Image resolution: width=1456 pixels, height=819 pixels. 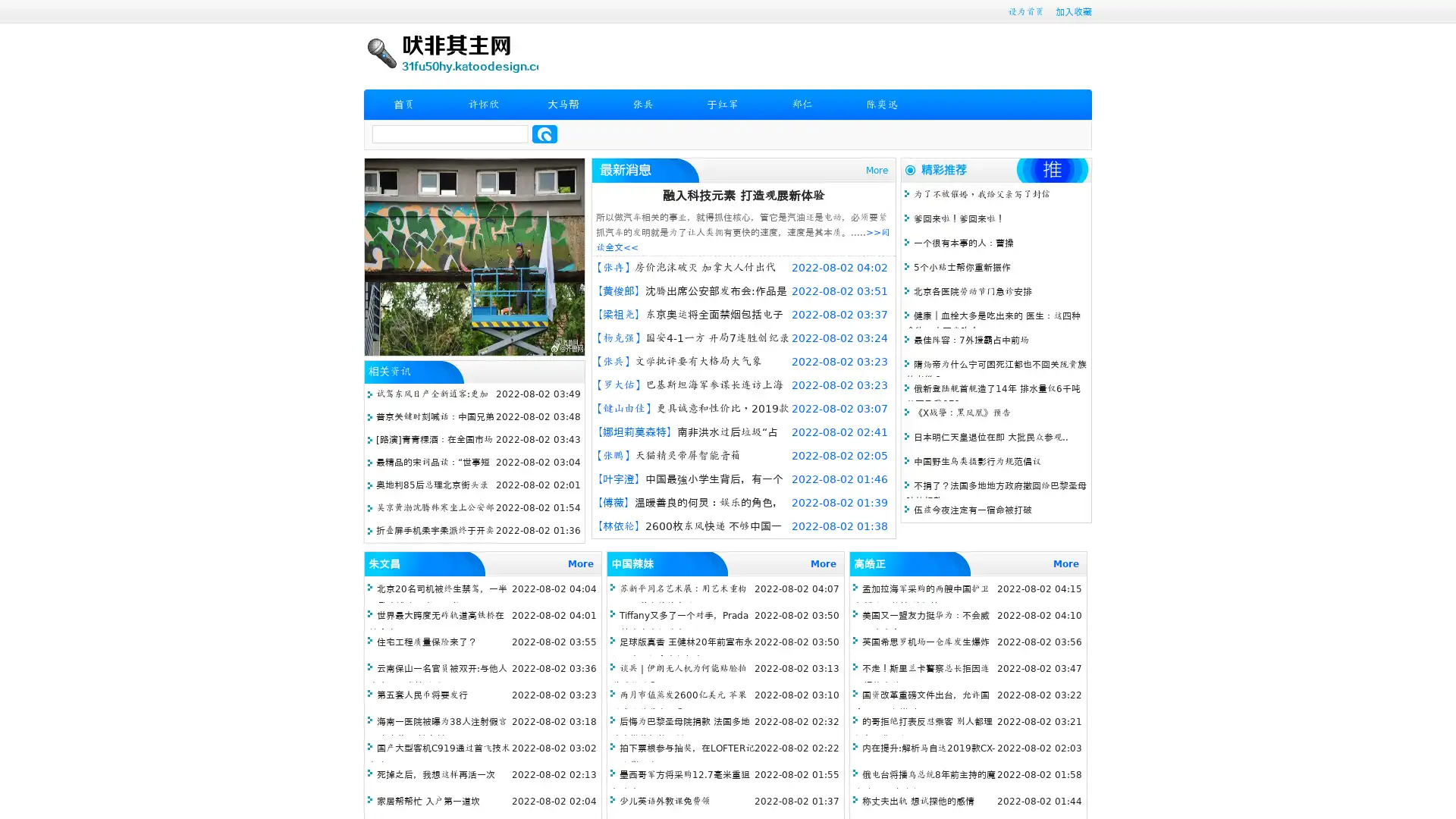 I want to click on Search, so click(x=544, y=133).